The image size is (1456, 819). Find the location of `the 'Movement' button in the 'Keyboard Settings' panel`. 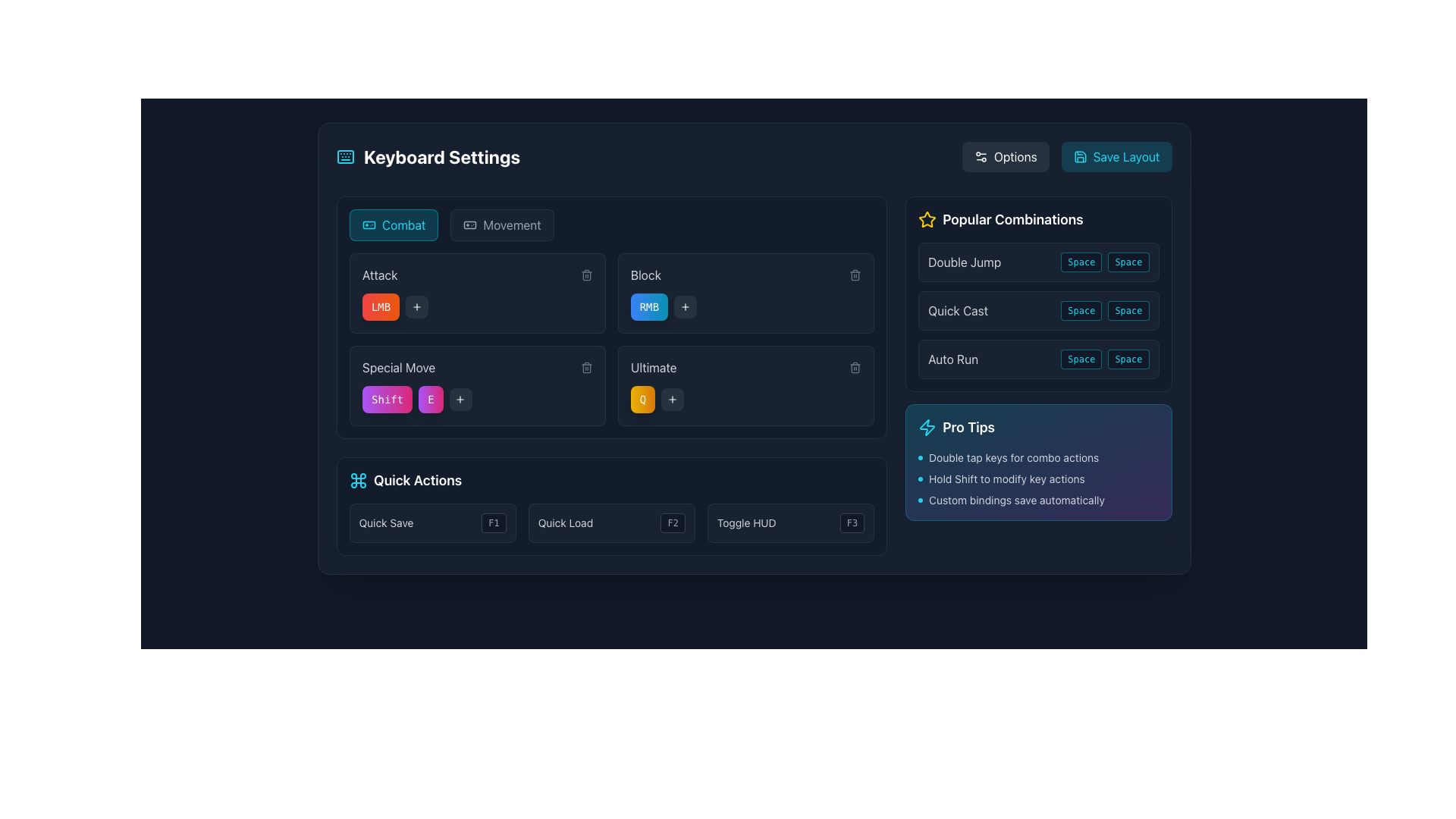

the 'Movement' button in the 'Keyboard Settings' panel is located at coordinates (502, 225).